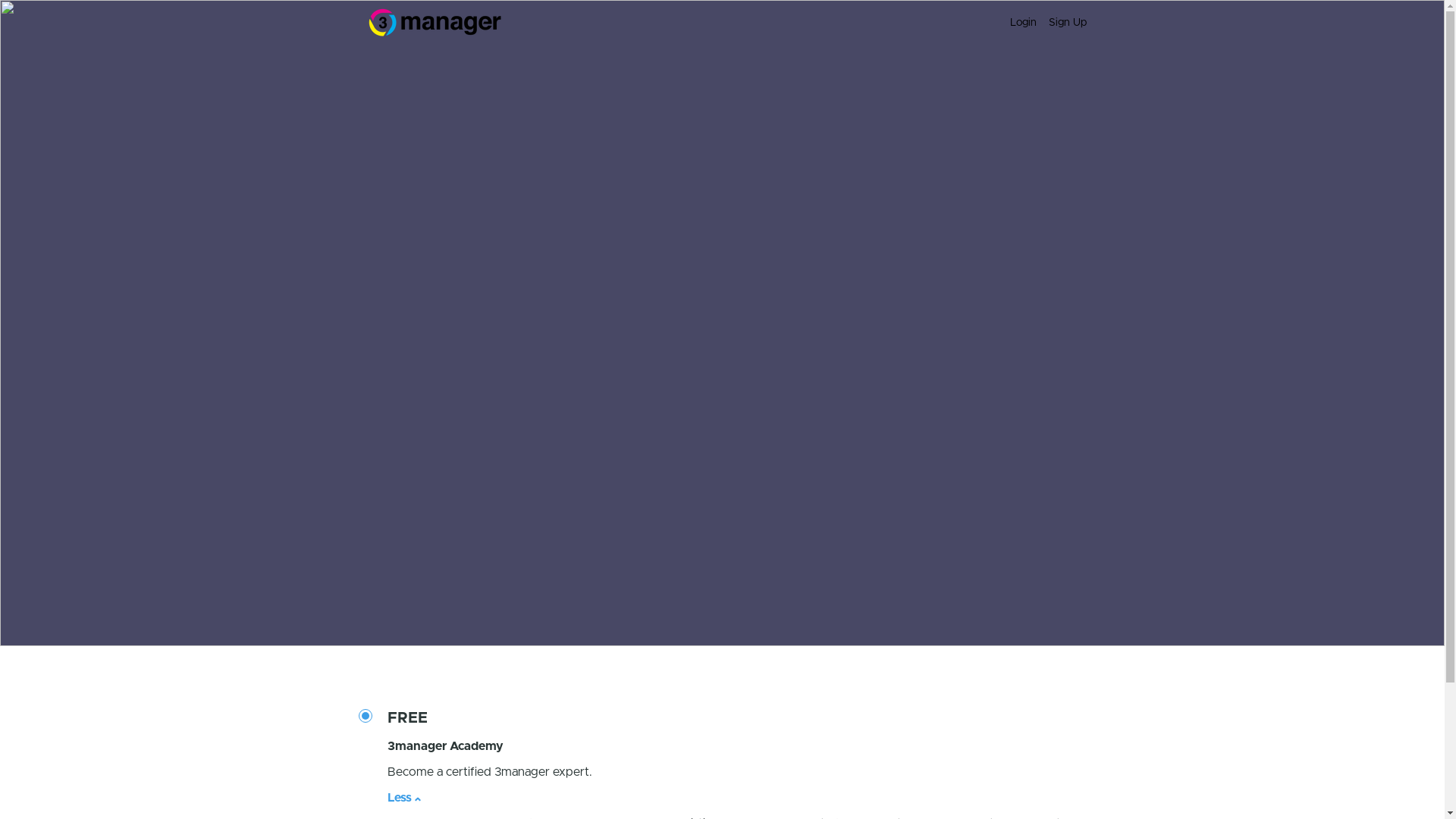 This screenshot has height=819, width=1456. What do you see at coordinates (1065, 23) in the screenshot?
I see `'Sign Up'` at bounding box center [1065, 23].